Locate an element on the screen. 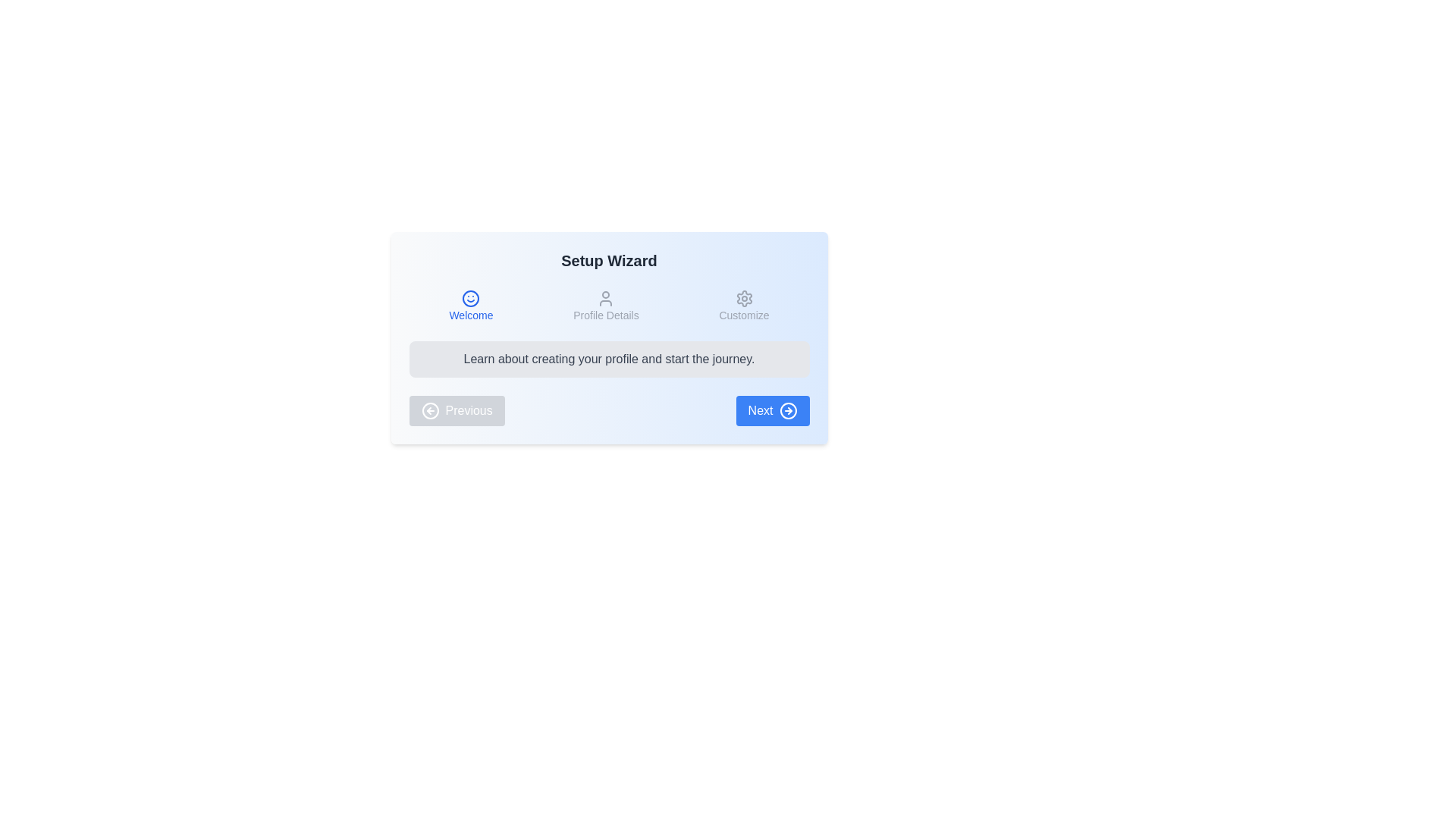  the backward icon located inside the 'Previous' button at the bottom-left of the interface is located at coordinates (429, 411).